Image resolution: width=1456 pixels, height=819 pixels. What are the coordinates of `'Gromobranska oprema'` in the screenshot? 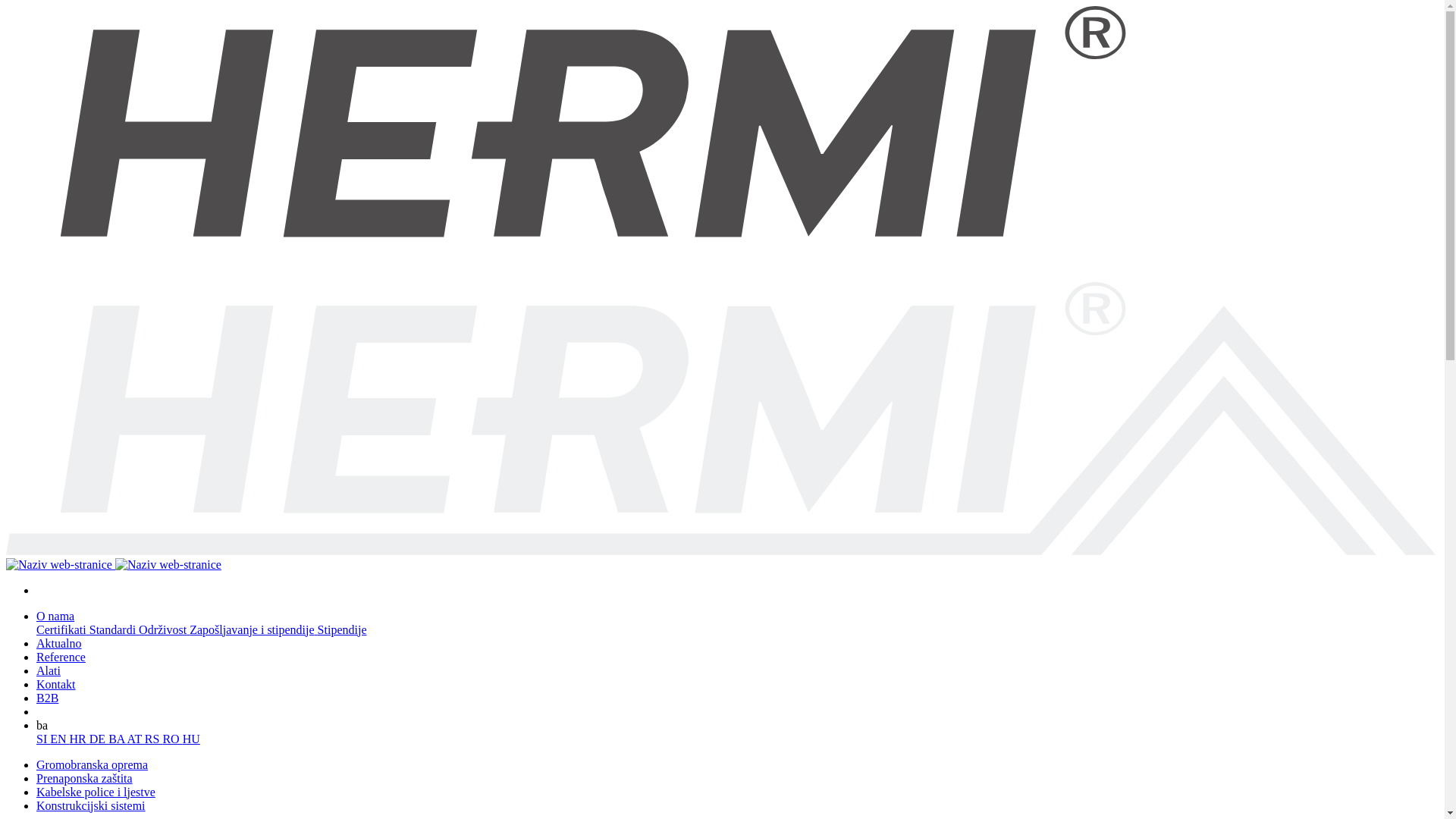 It's located at (36, 764).